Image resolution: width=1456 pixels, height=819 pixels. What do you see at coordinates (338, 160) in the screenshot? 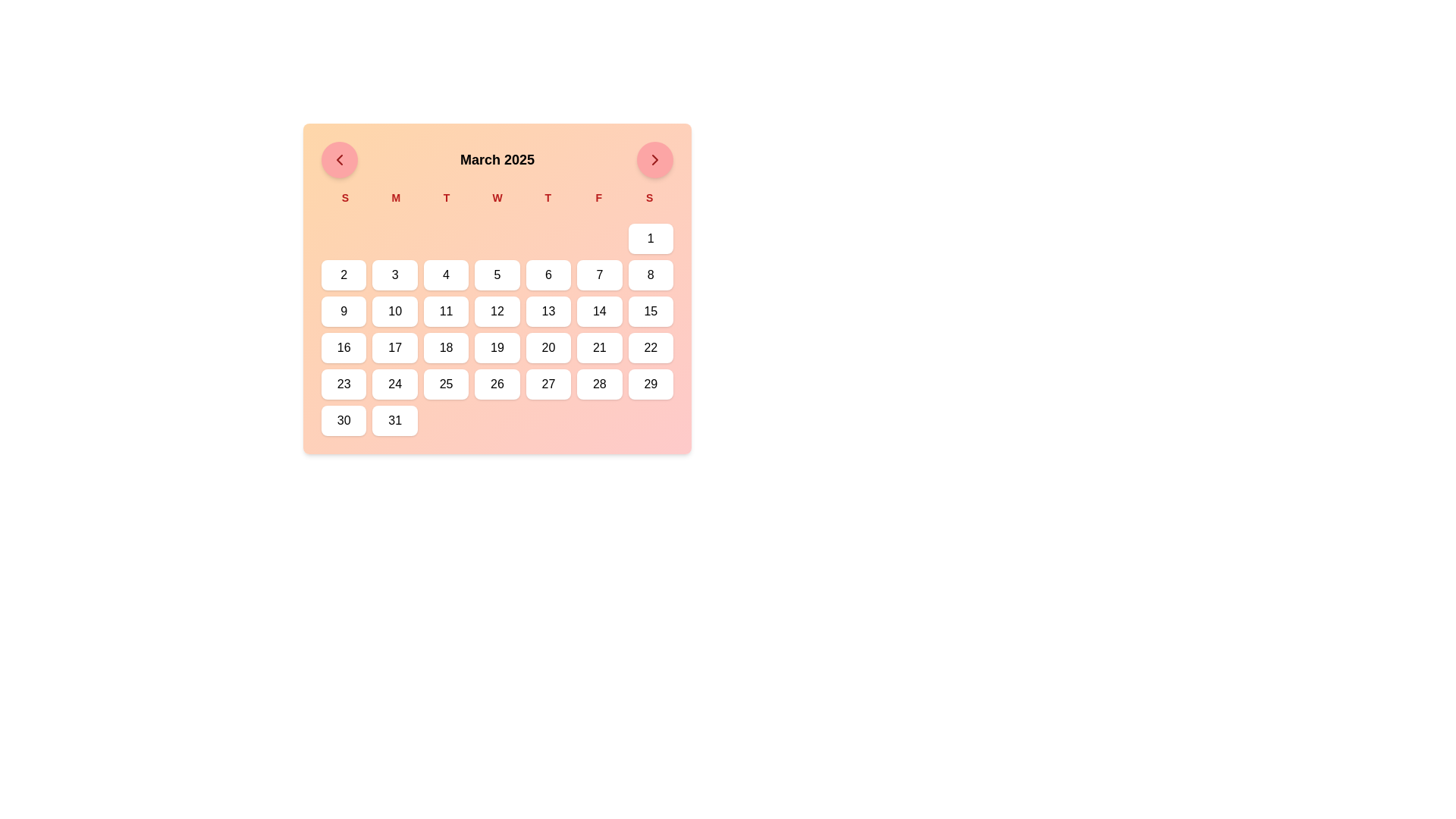
I see `the navigation button to move to the previous month, located to the left of 'March 2025' in the calendar header` at bounding box center [338, 160].